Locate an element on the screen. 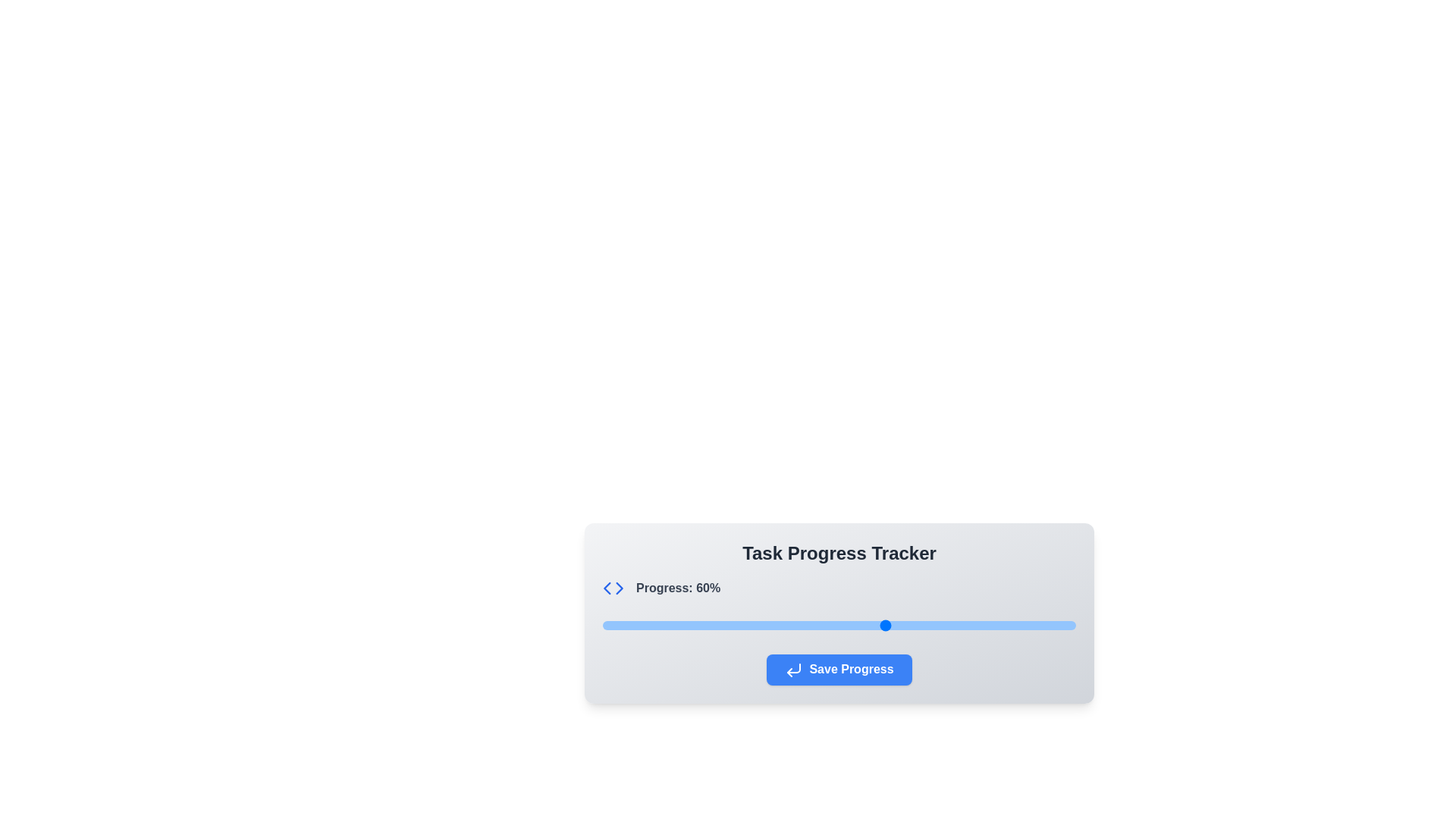 This screenshot has width=1456, height=819. the progress slider to 81% is located at coordinates (986, 626).